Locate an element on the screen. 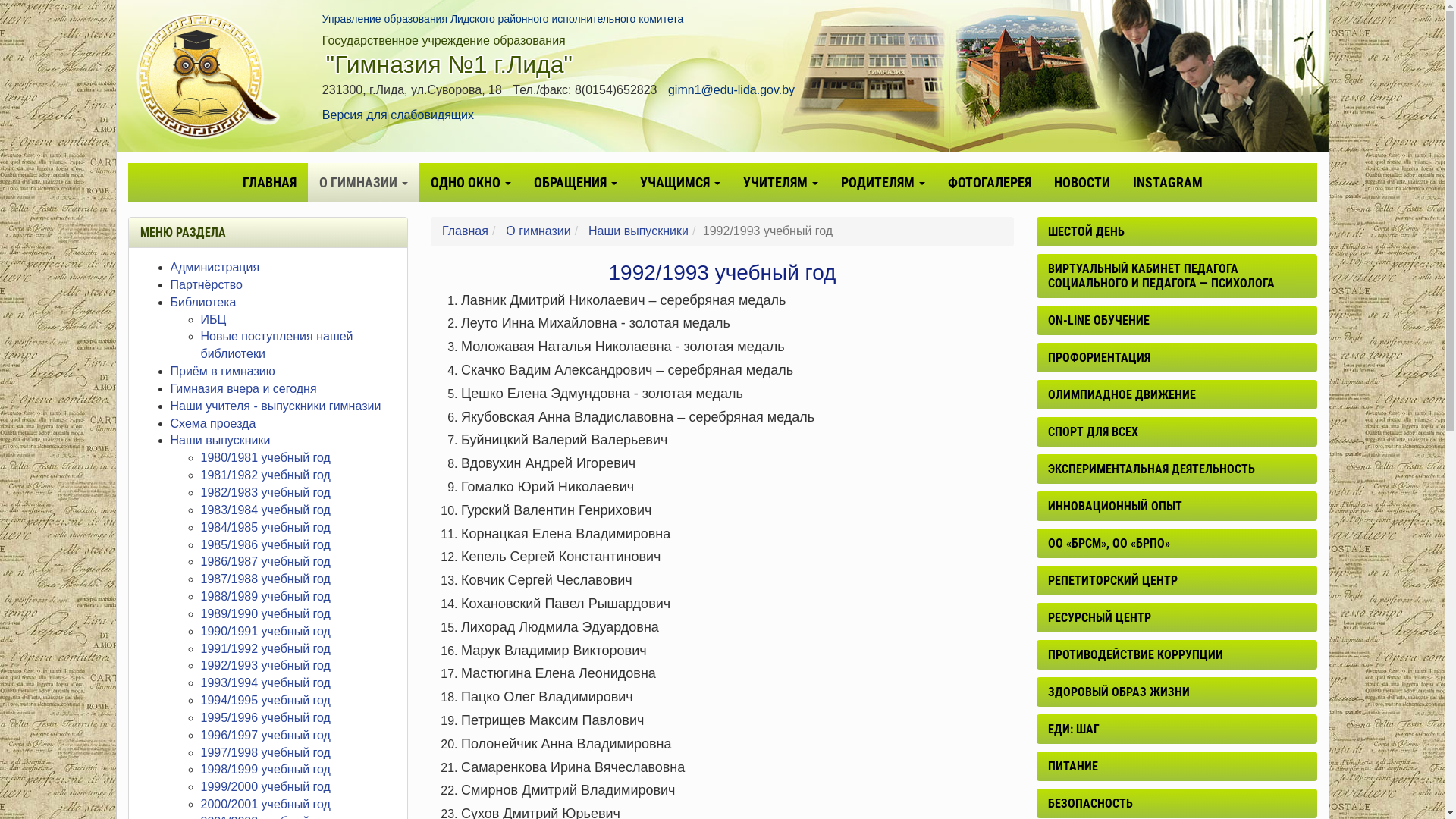  'gimn1@edu-lida.gov.by' is located at coordinates (731, 89).